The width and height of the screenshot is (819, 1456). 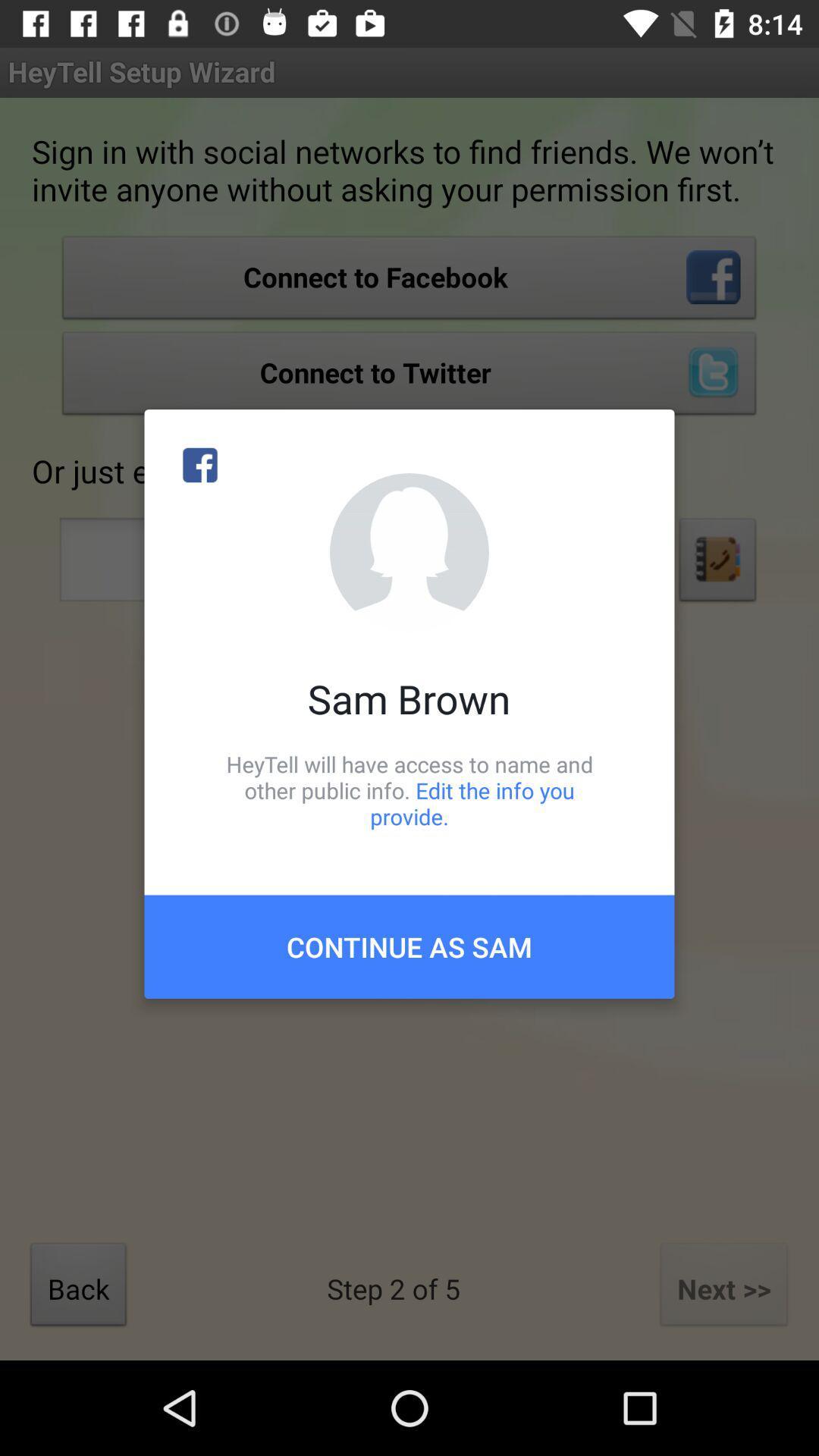 I want to click on the icon below heytell will have, so click(x=409, y=946).